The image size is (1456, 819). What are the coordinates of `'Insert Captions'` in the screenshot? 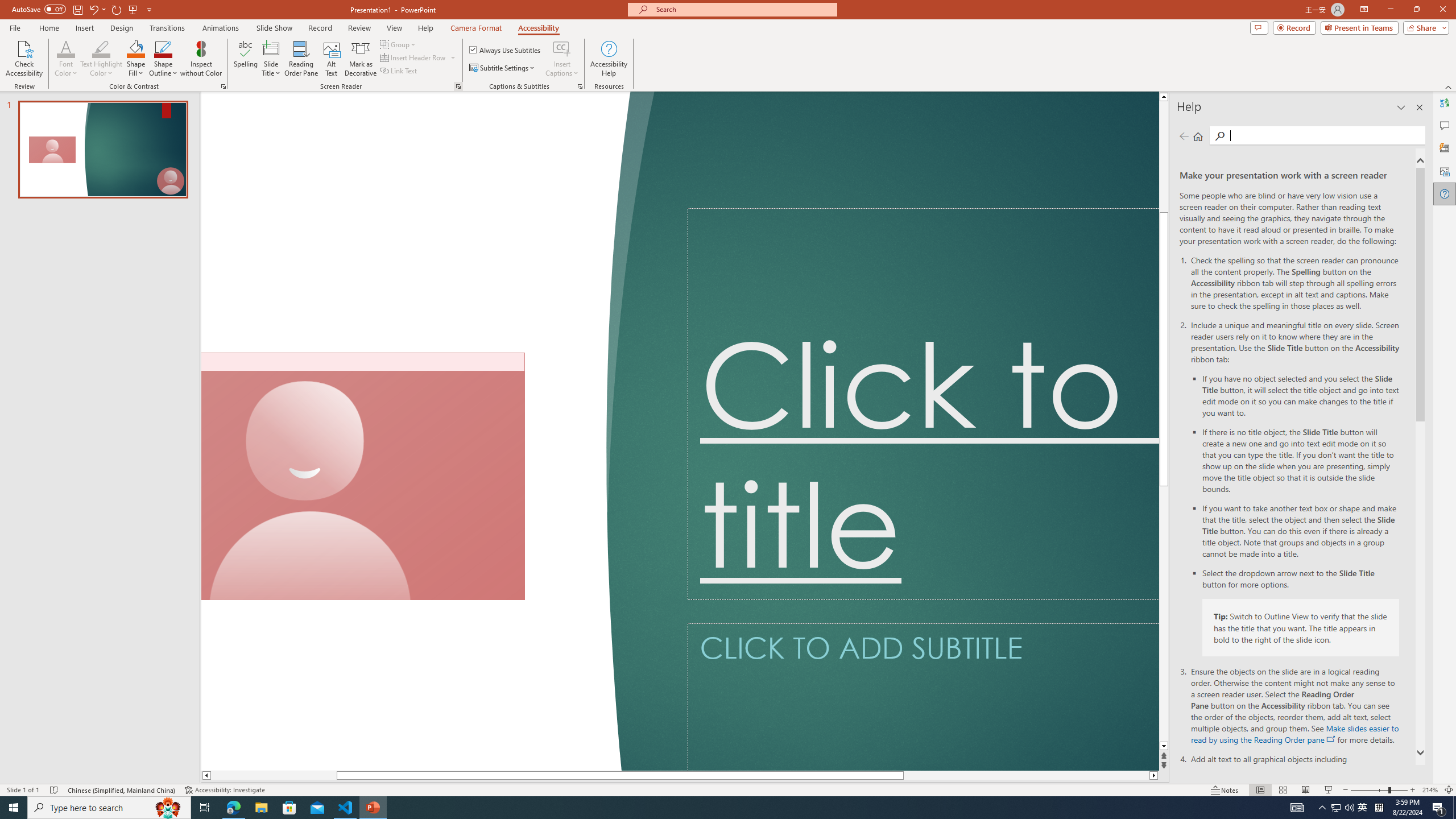 It's located at (561, 59).